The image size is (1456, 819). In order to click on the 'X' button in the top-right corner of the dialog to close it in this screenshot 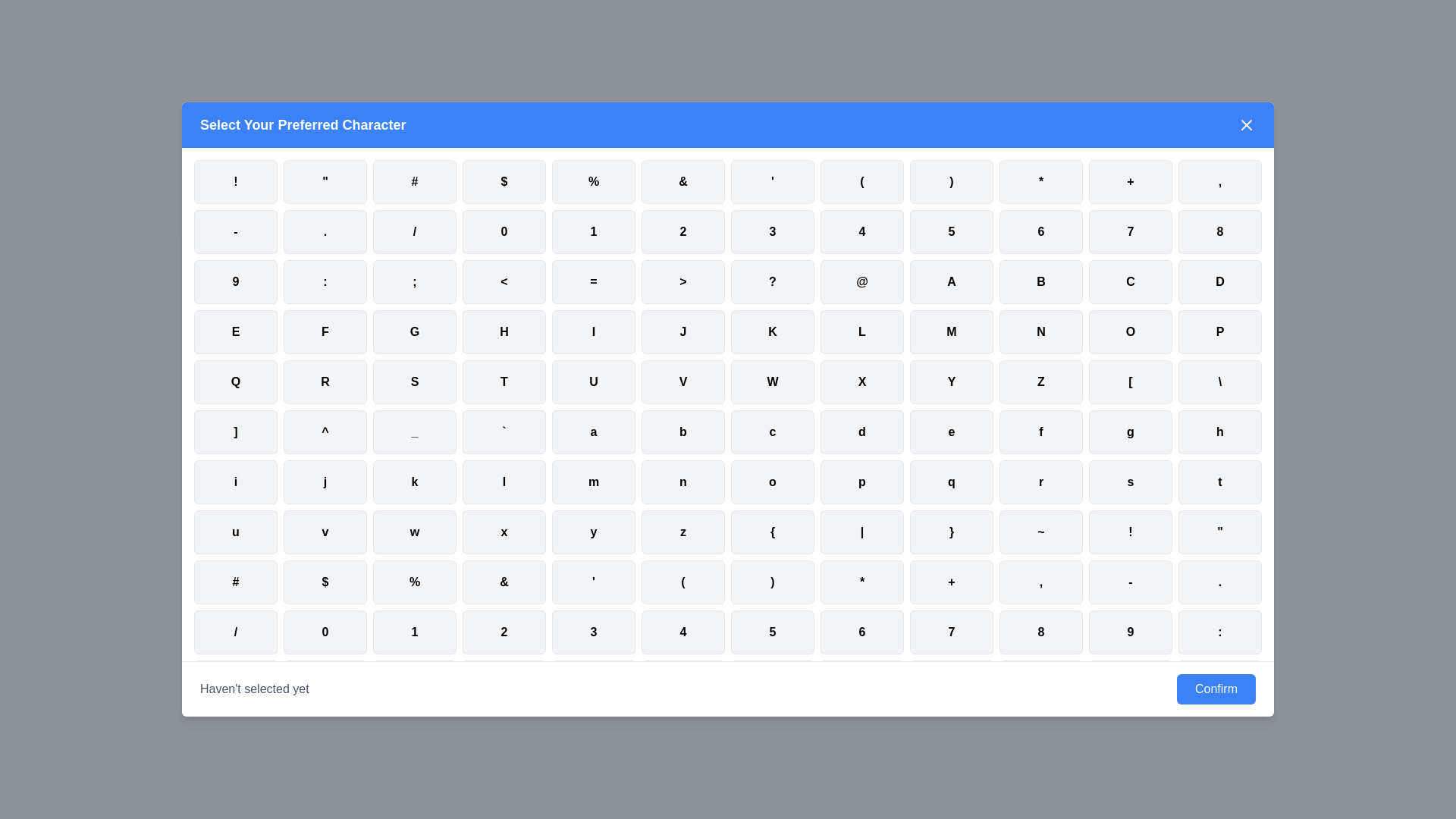, I will do `click(1246, 124)`.